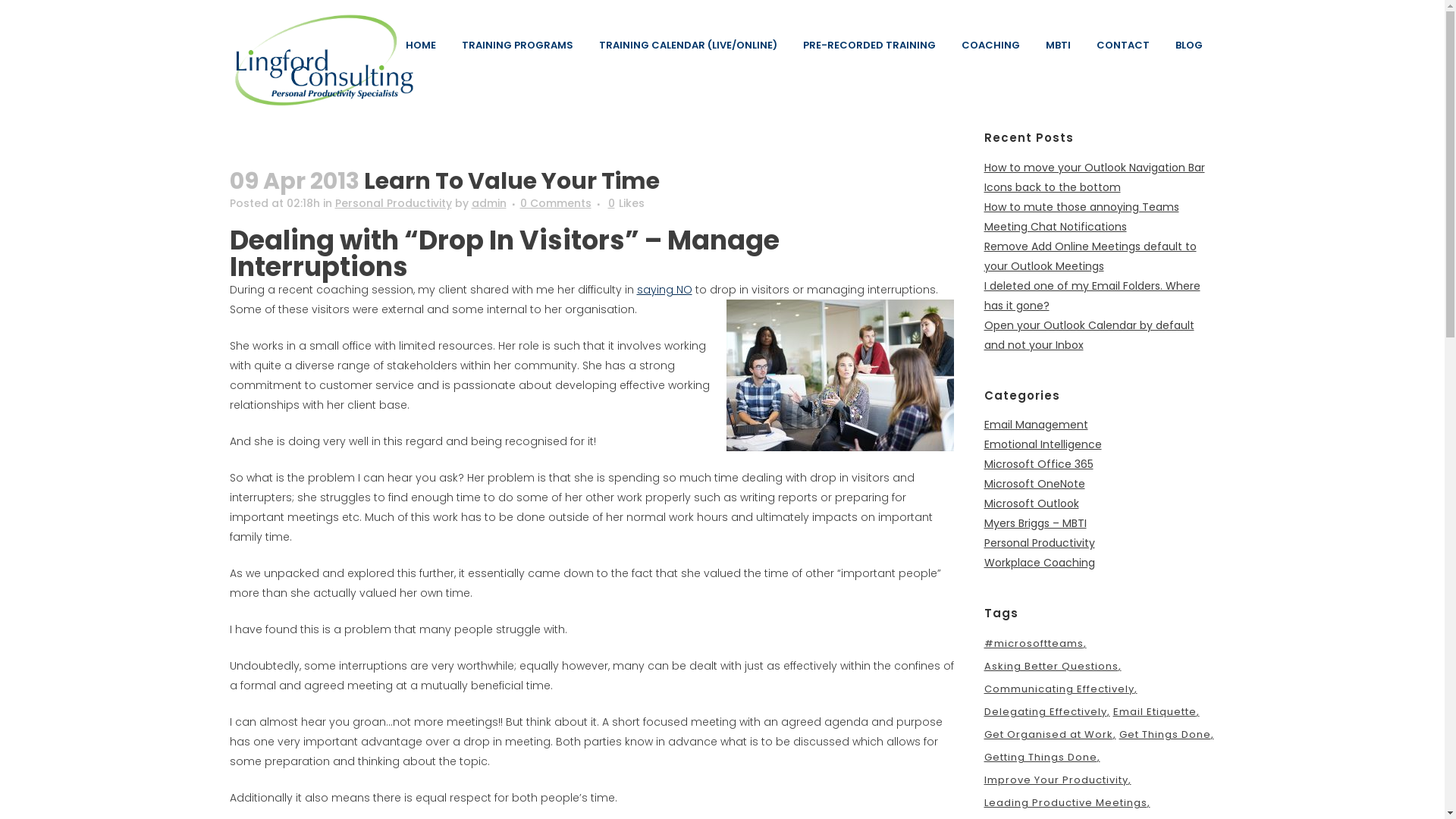 Image resolution: width=1456 pixels, height=819 pixels. Describe the element at coordinates (1050, 733) in the screenshot. I see `'Get Organised at Work'` at that location.